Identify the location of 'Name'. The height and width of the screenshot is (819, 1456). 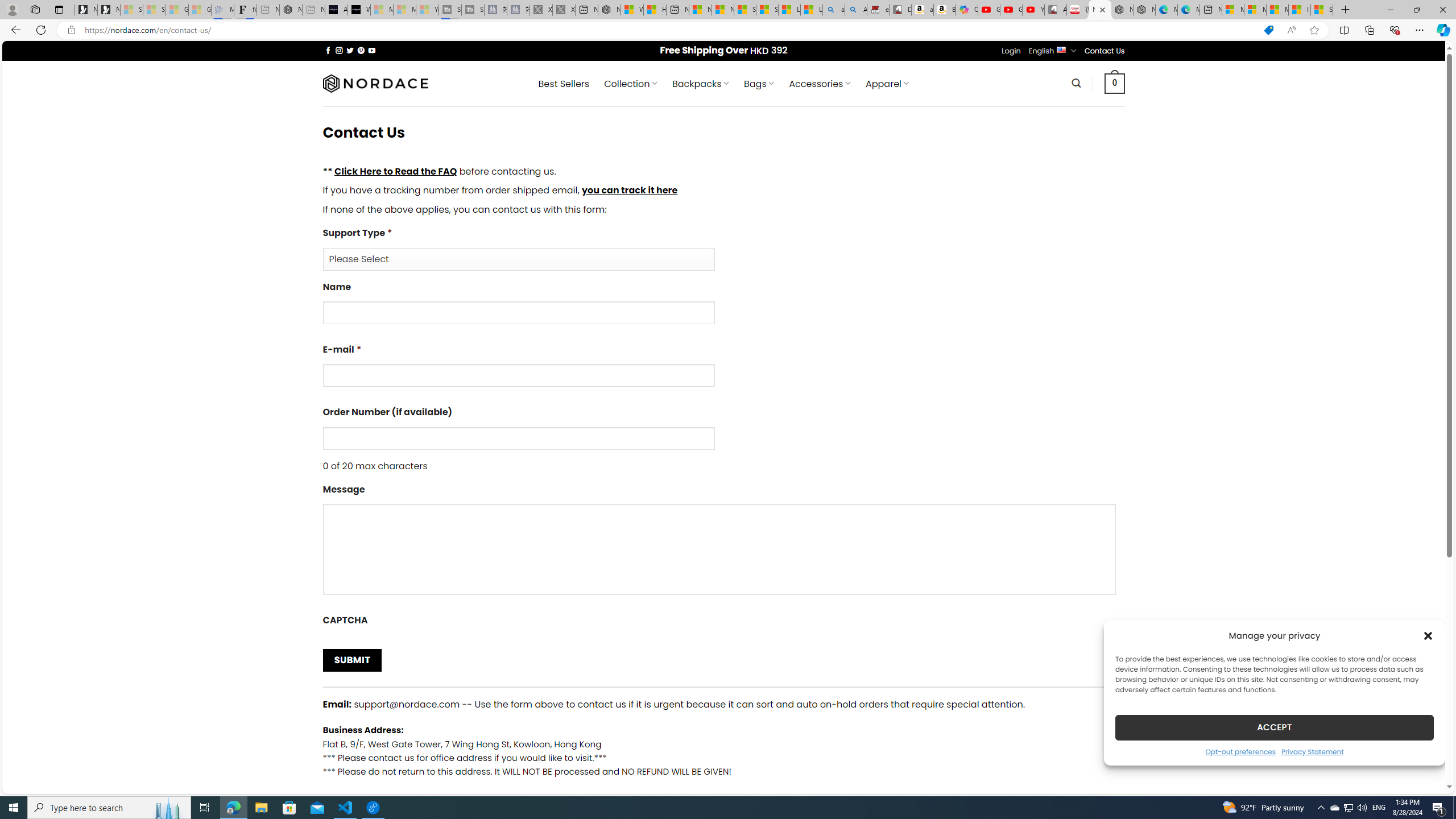
(723, 307).